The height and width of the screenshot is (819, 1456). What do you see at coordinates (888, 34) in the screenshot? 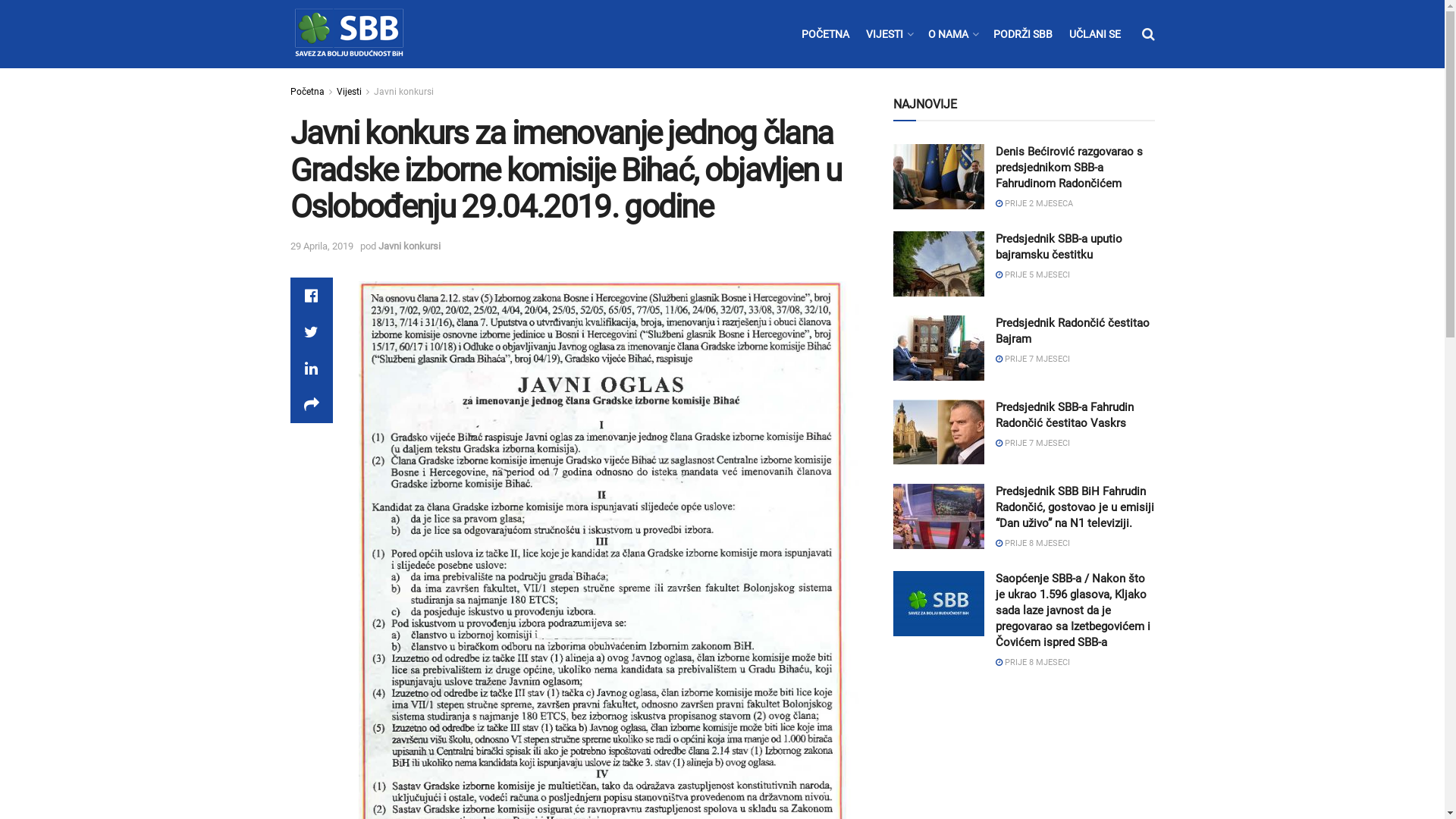
I see `'VIJESTI'` at bounding box center [888, 34].